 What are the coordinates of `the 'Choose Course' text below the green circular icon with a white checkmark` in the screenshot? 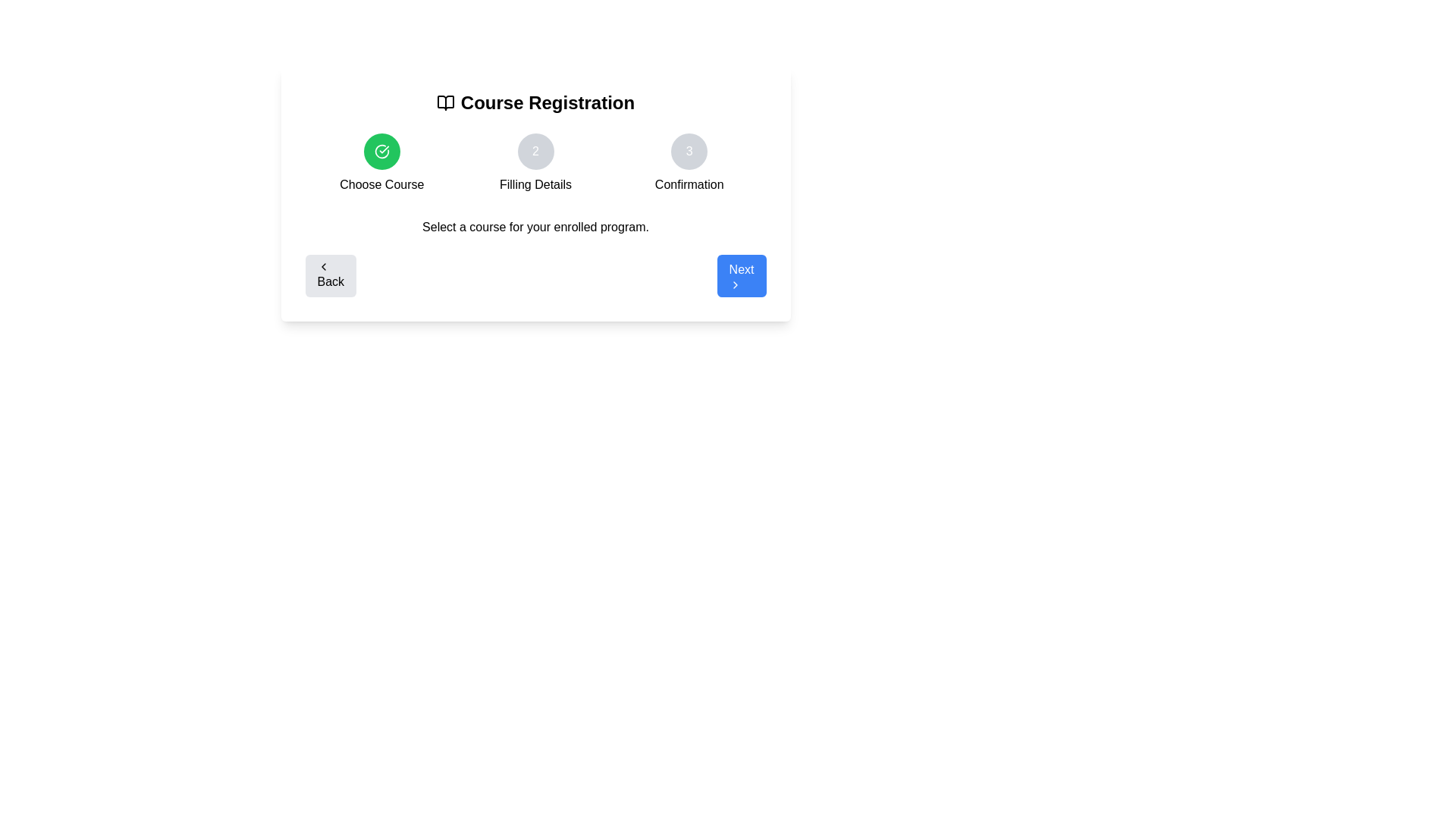 It's located at (381, 164).